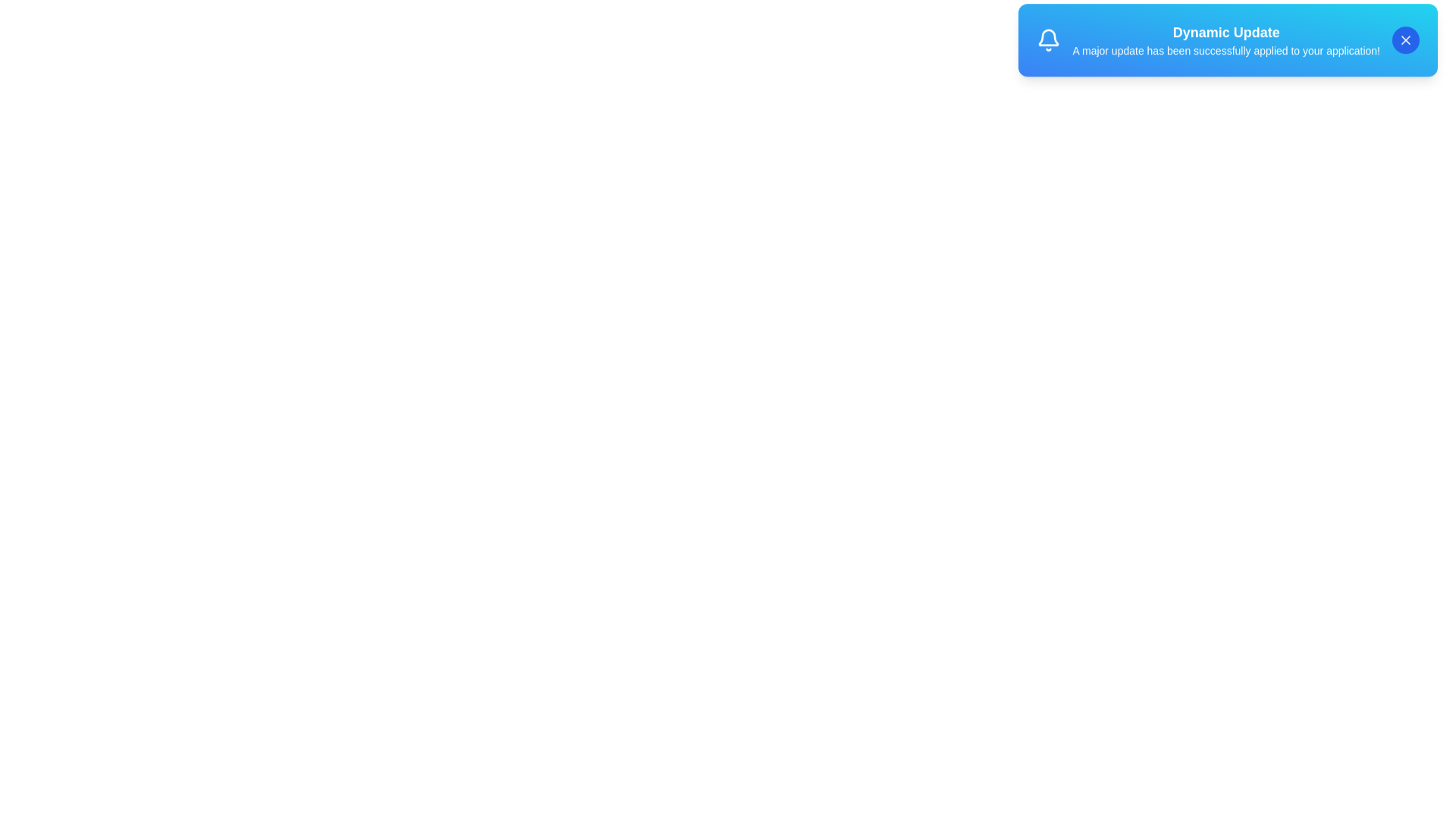 The height and width of the screenshot is (819, 1456). What do you see at coordinates (1047, 46) in the screenshot?
I see `the bell icon to interact with it` at bounding box center [1047, 46].